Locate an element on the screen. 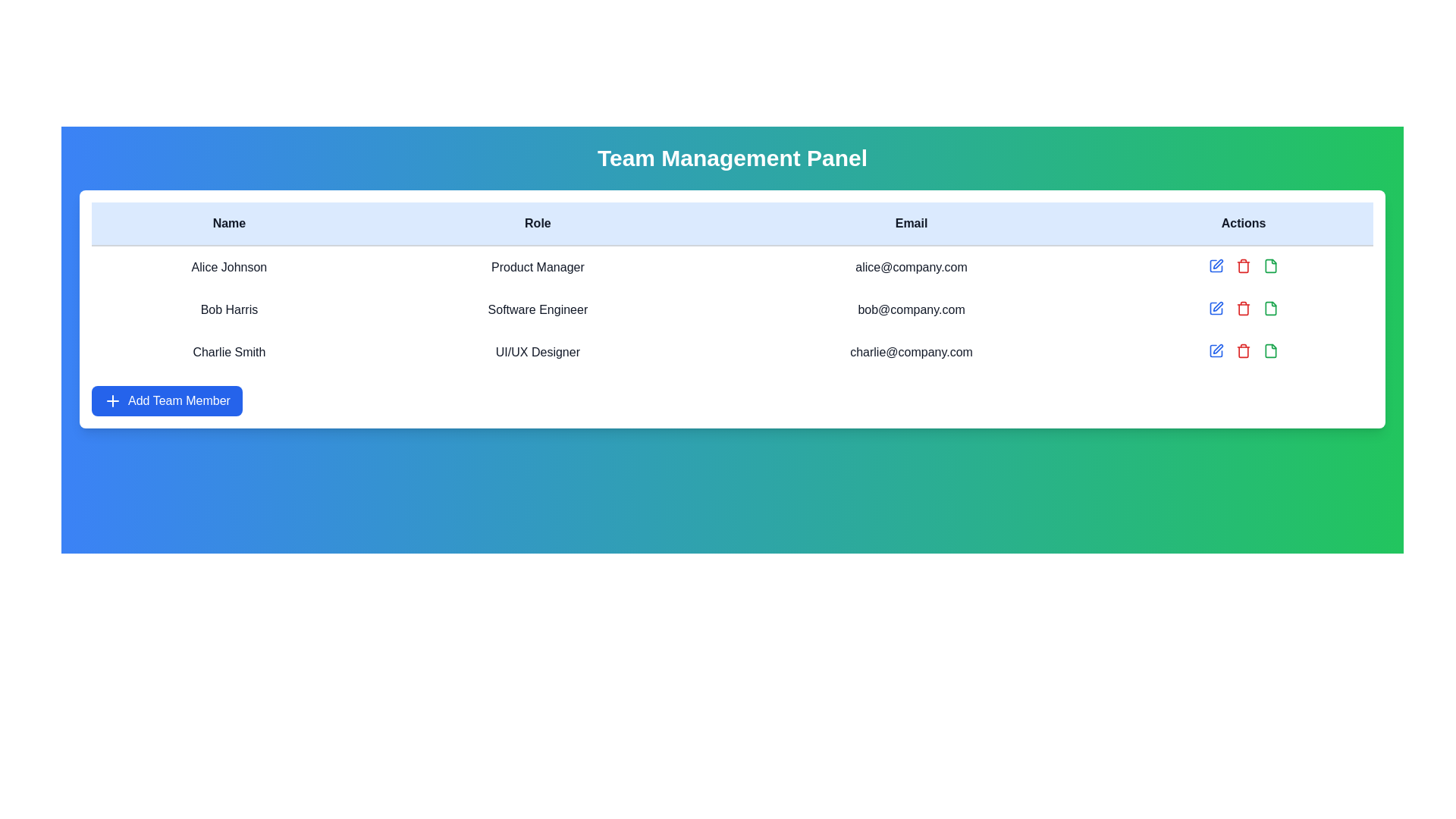 The width and height of the screenshot is (1456, 819). the small blue pen icon for editing located in the first position of the action icons row under the 'Actions' column for the third table row (Charlie Smith) is located at coordinates (1218, 349).